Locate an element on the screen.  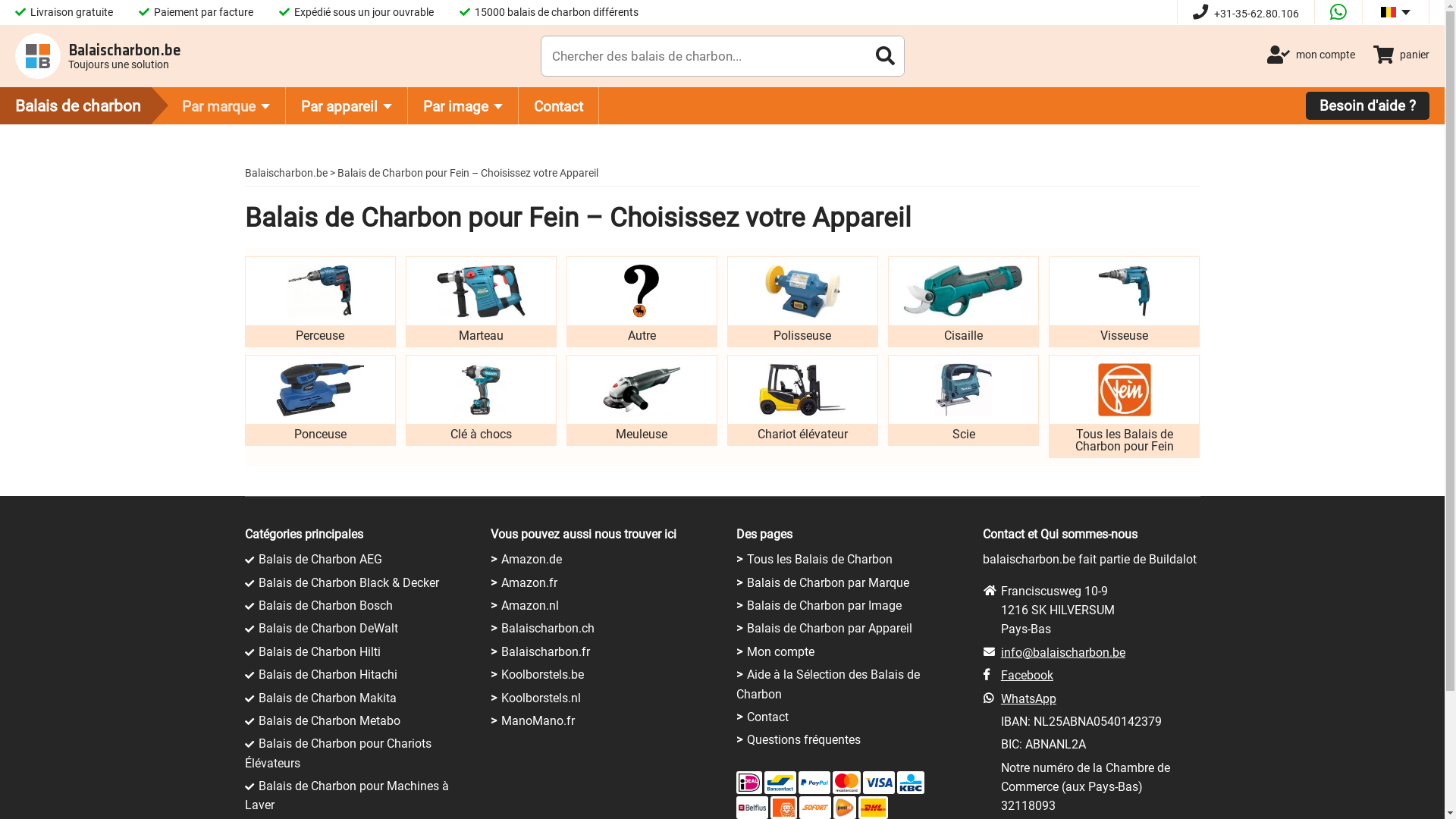
'+31-35-62.80.106' is located at coordinates (1245, 14).